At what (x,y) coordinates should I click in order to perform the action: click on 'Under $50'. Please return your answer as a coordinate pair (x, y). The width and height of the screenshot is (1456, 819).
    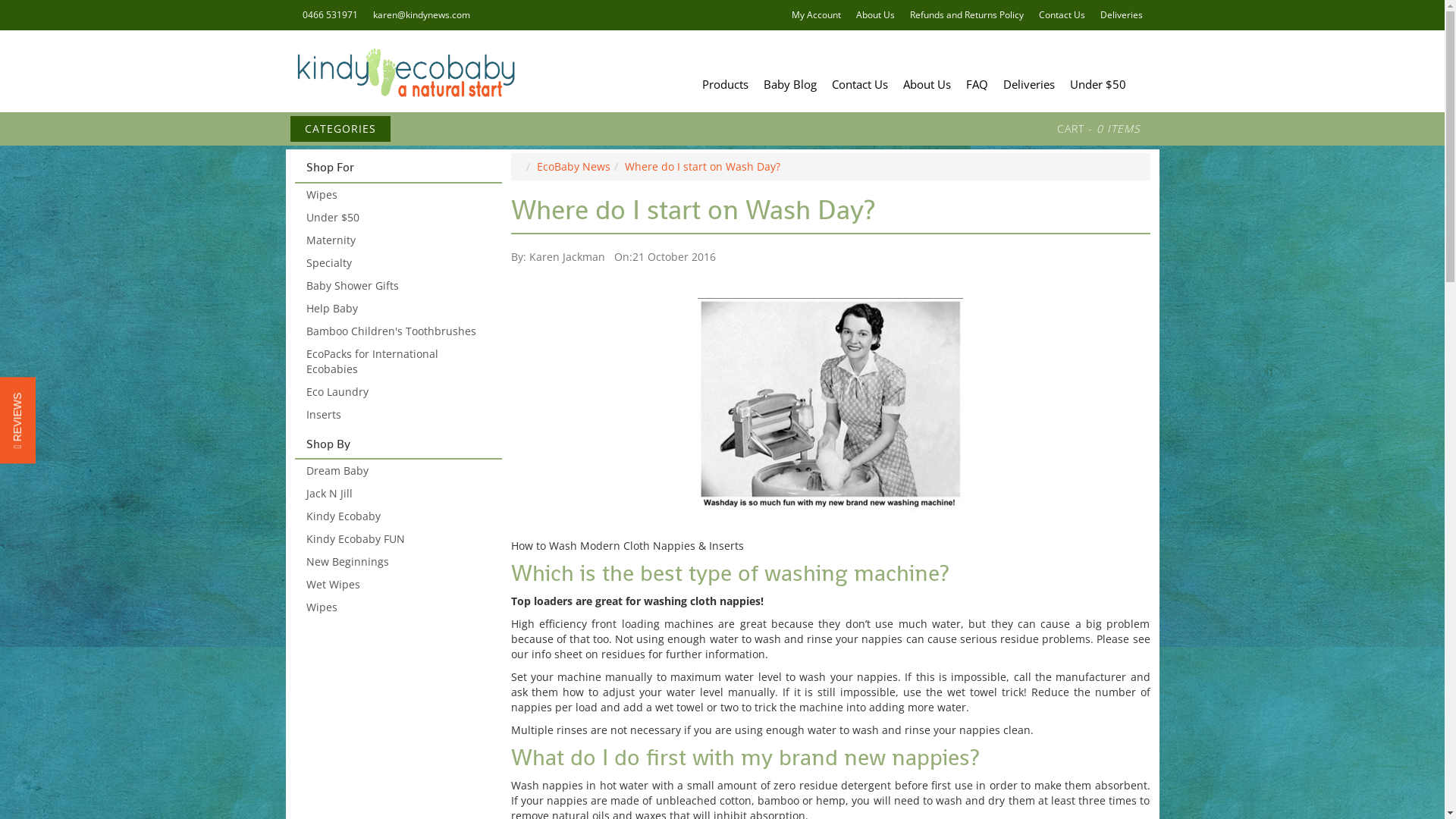
    Looking at the image, I should click on (1061, 84).